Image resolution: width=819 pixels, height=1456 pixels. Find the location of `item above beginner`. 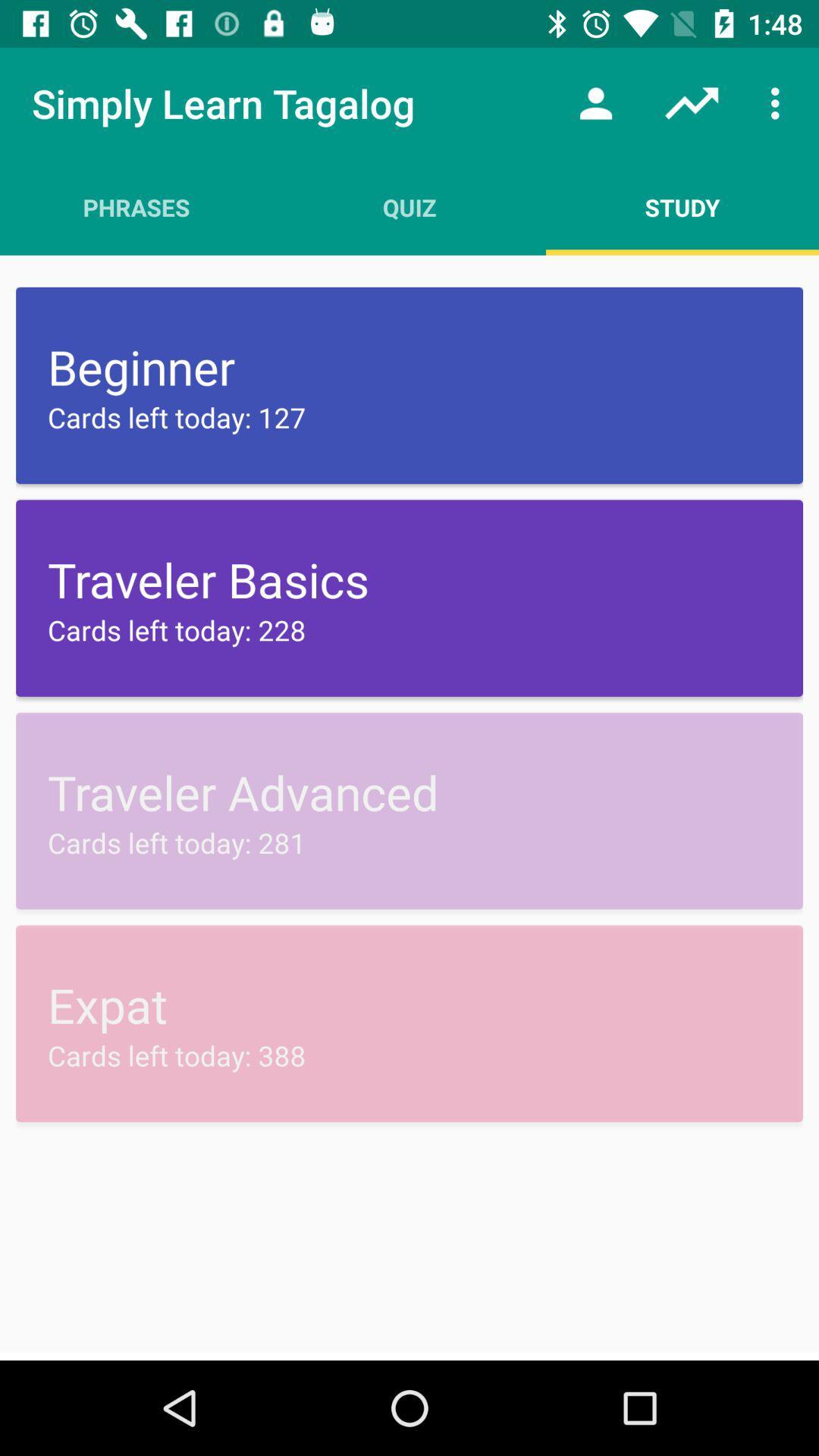

item above beginner is located at coordinates (681, 206).